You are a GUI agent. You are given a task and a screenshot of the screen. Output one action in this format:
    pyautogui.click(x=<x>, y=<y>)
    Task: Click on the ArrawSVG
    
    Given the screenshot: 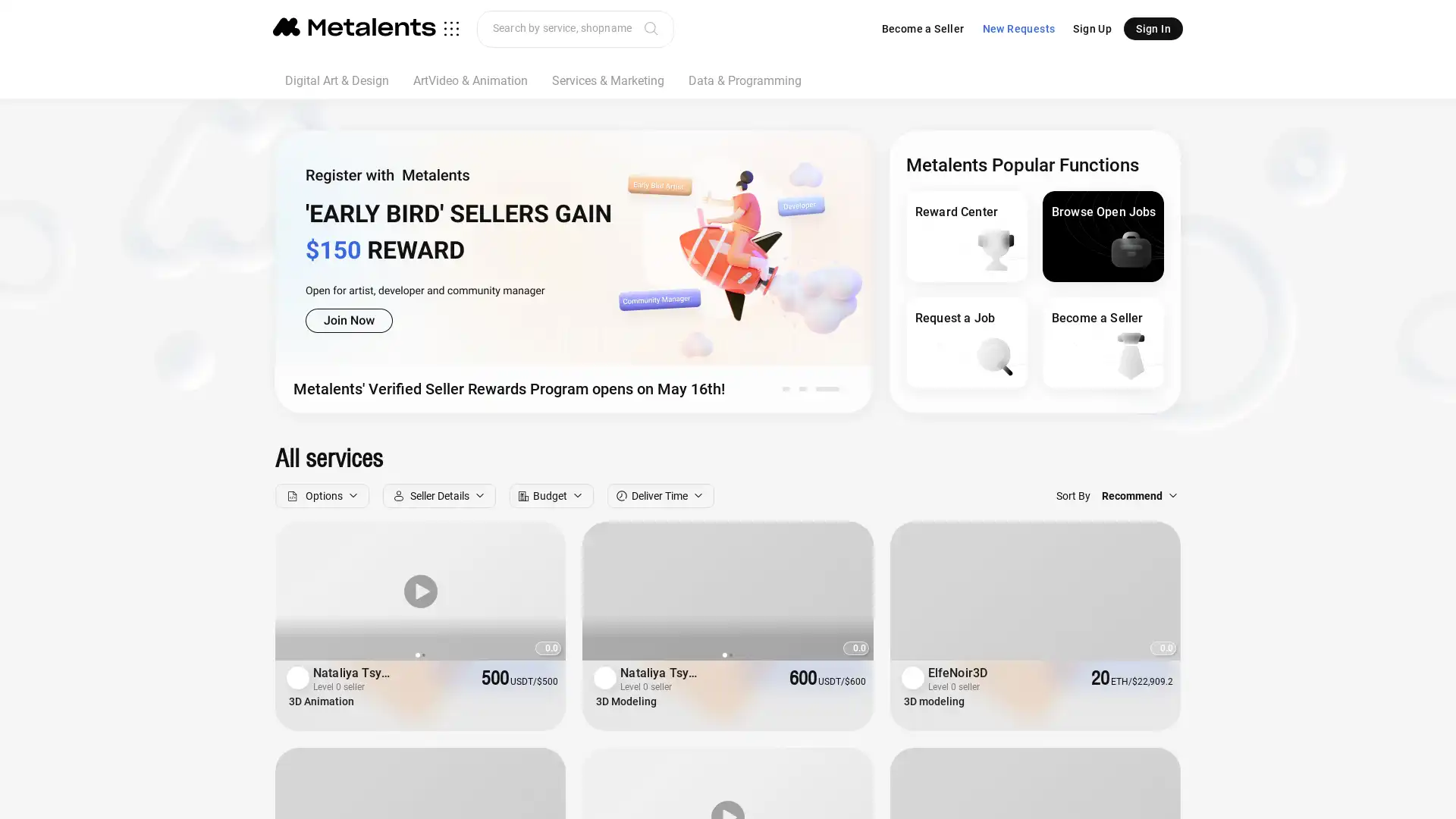 What is the action you would take?
    pyautogui.click(x=847, y=590)
    